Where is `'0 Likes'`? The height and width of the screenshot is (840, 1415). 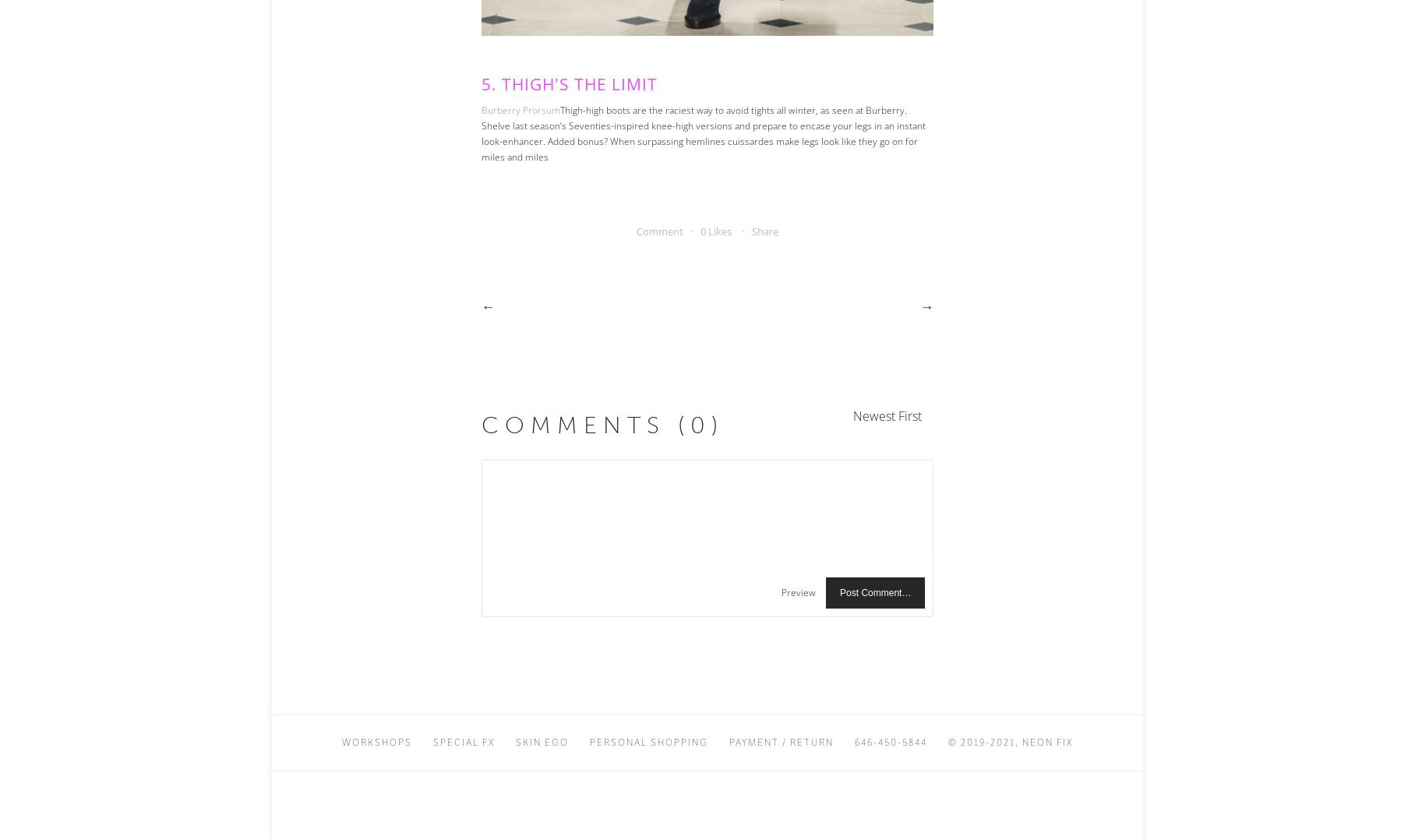 '0 Likes' is located at coordinates (716, 231).